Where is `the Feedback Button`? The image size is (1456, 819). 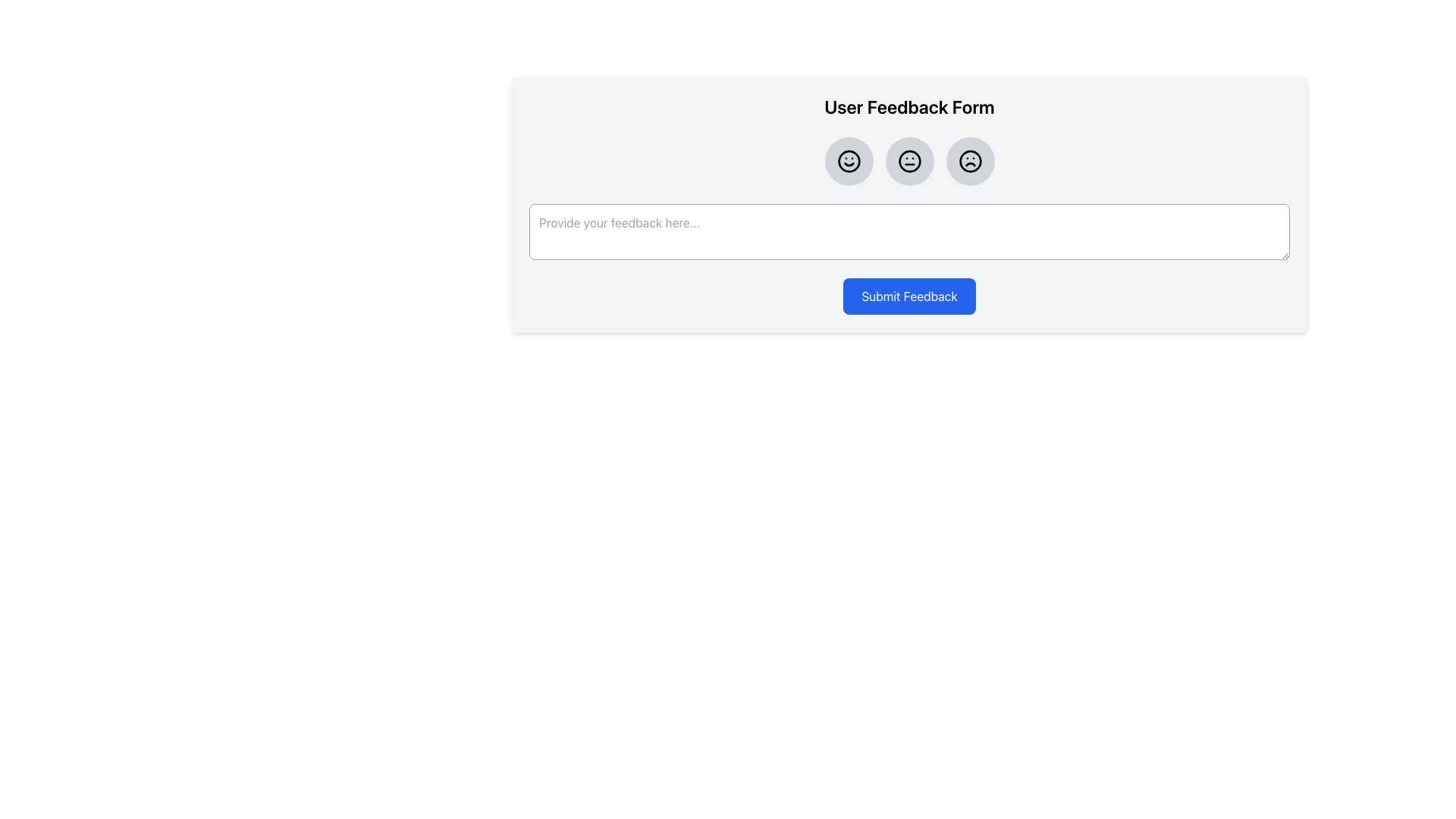 the Feedback Button is located at coordinates (848, 161).